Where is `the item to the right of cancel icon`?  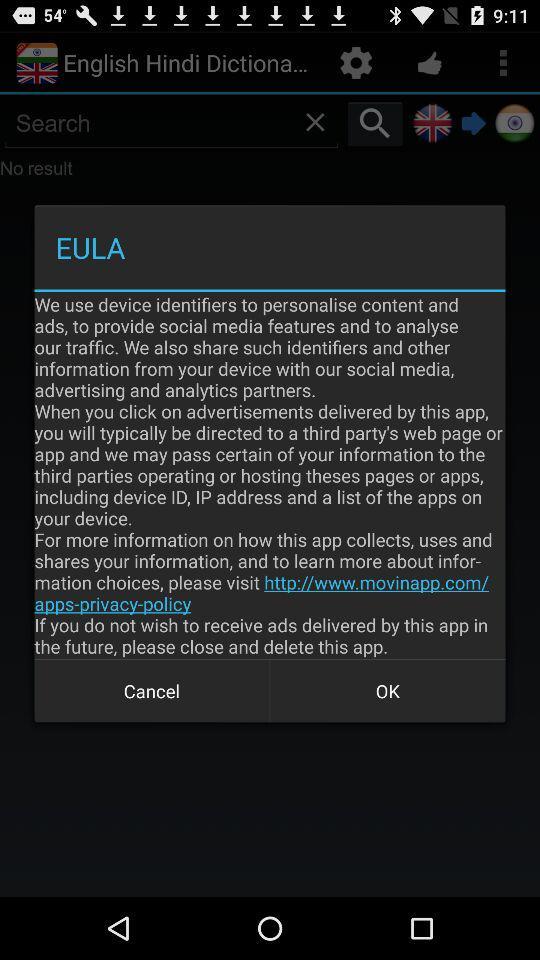 the item to the right of cancel icon is located at coordinates (387, 691).